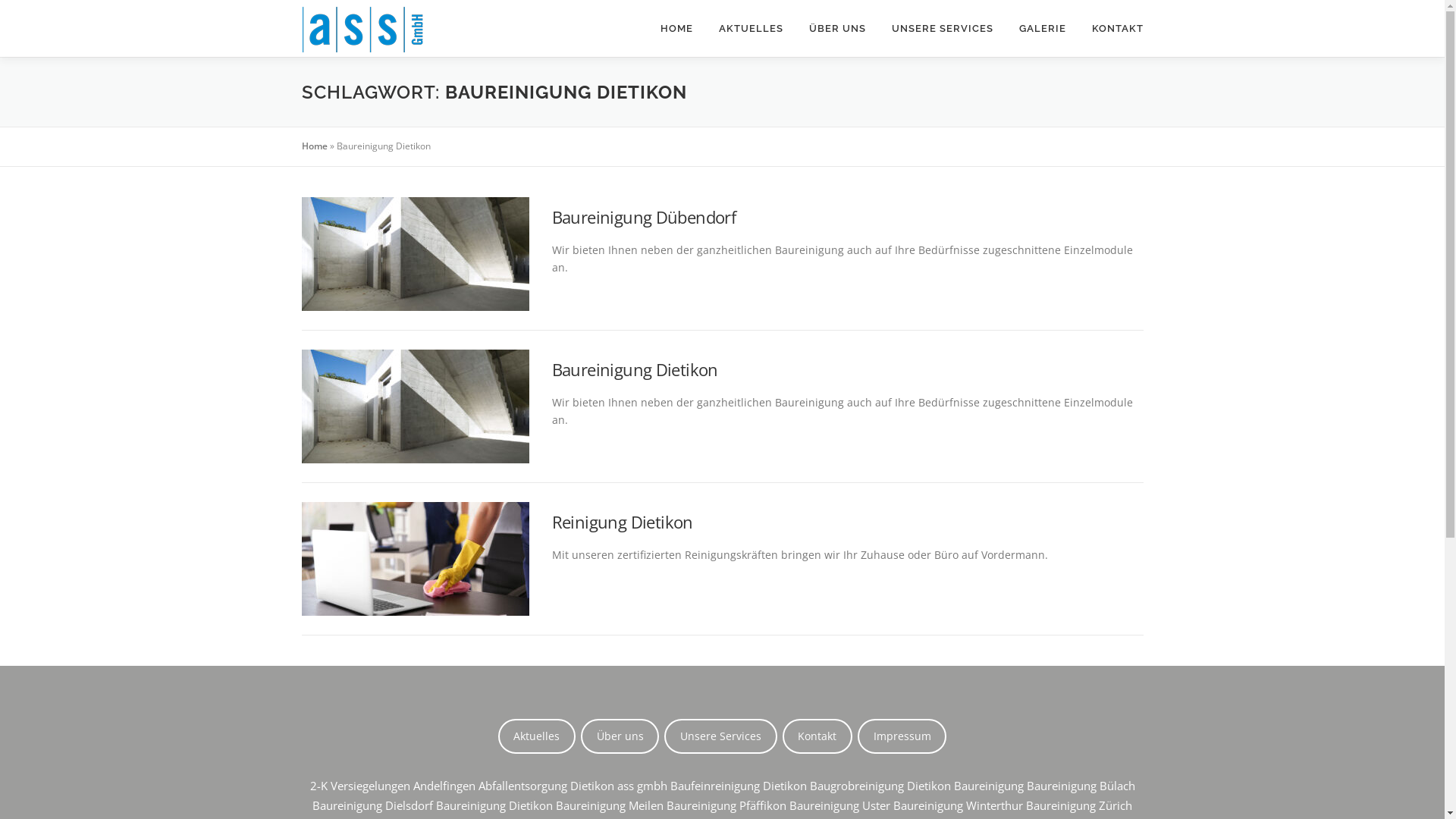 This screenshot has height=819, width=1456. What do you see at coordinates (622, 520) in the screenshot?
I see `'Reinigung Dietikon'` at bounding box center [622, 520].